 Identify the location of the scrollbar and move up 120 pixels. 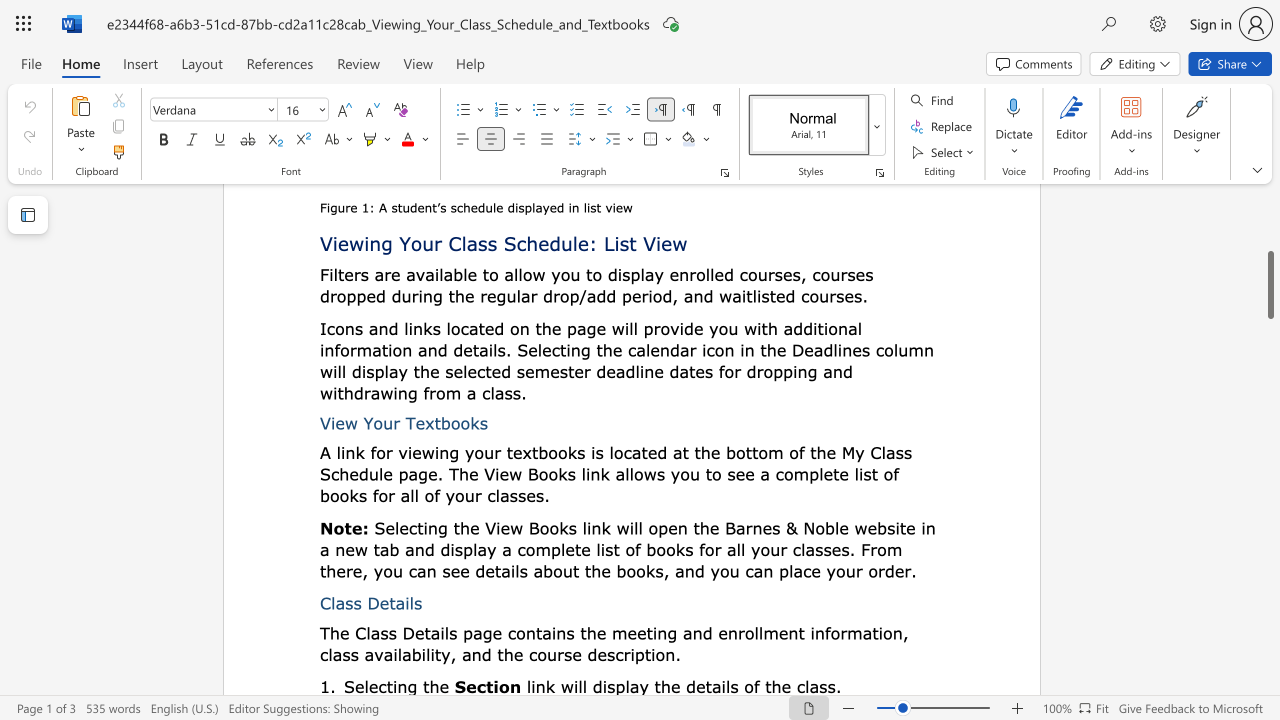
(1269, 285).